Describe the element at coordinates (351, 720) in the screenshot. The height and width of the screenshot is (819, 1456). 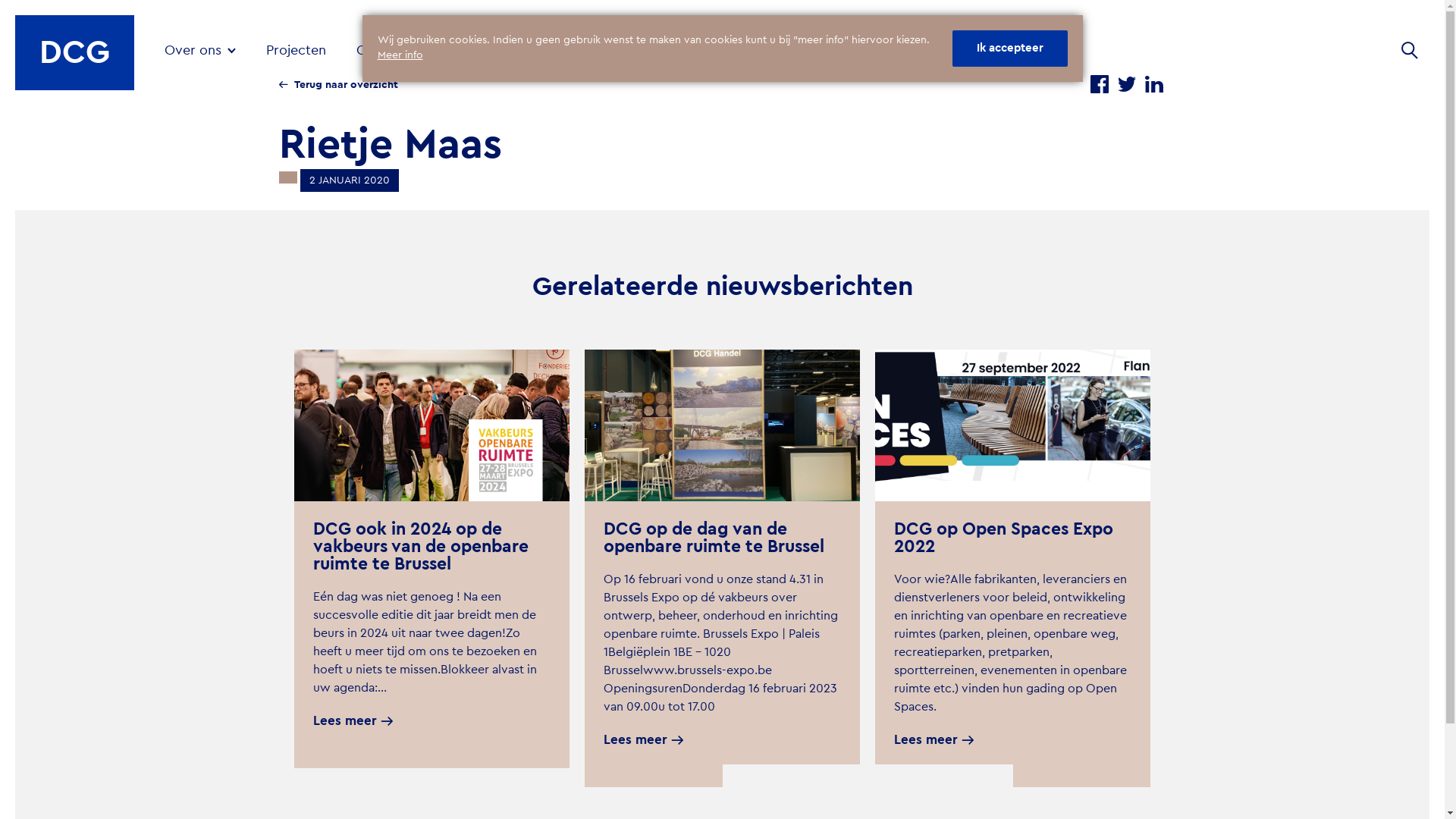
I see `'Lees meer'` at that location.